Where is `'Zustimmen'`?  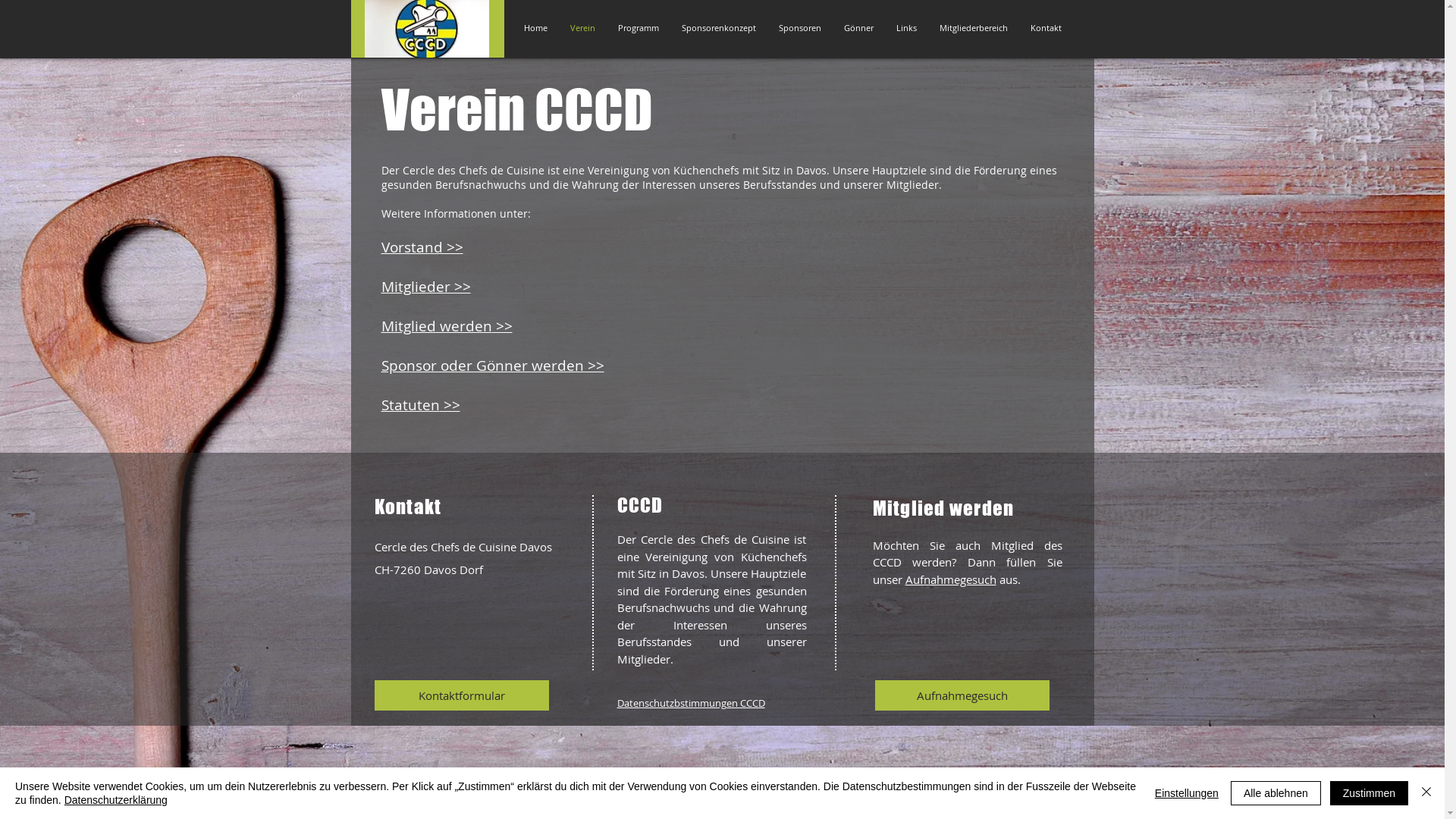
'Zustimmen' is located at coordinates (1369, 792).